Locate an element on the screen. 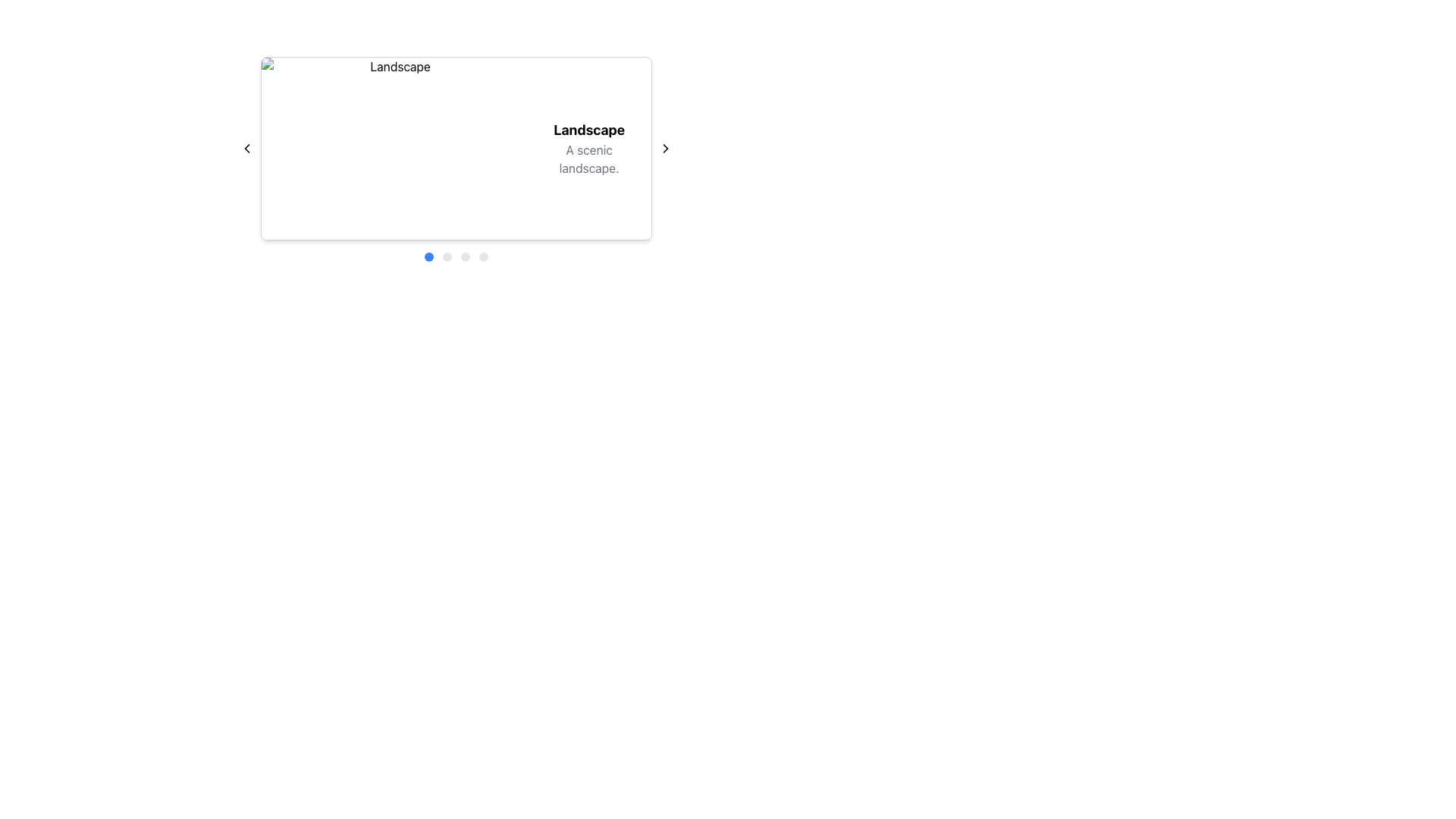  the first Carousel Indicator located at the bottom-center of the interface is located at coordinates (428, 256).